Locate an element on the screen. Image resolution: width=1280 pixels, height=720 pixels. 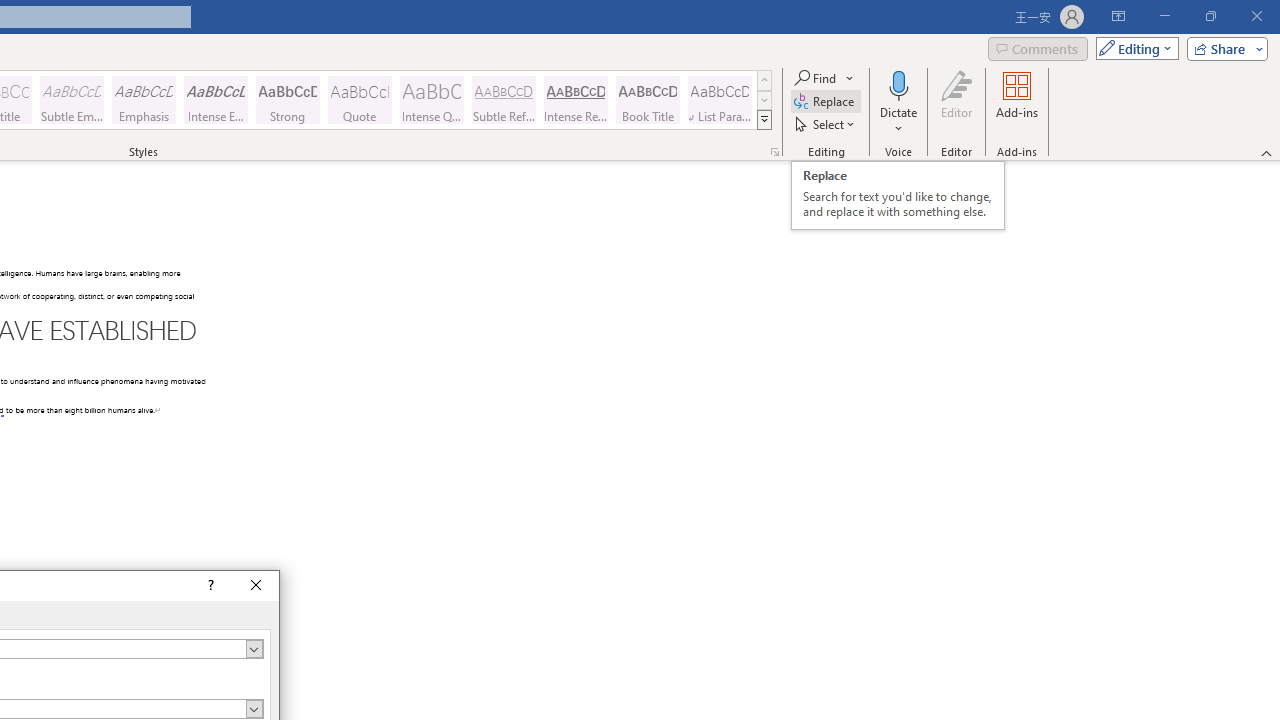
'Book Title' is located at coordinates (647, 100).